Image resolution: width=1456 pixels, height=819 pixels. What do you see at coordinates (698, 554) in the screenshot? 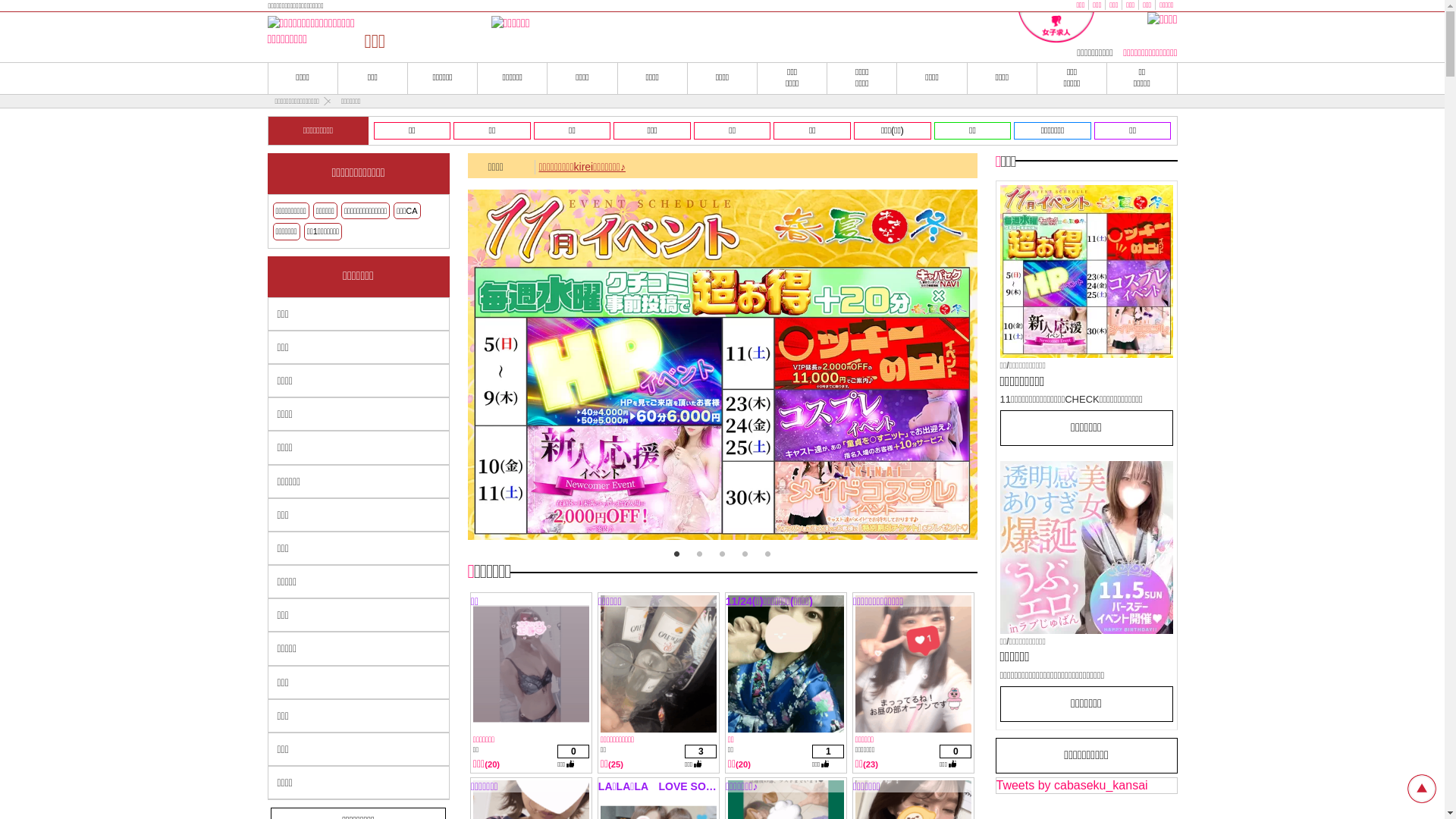
I see `'2'` at bounding box center [698, 554].